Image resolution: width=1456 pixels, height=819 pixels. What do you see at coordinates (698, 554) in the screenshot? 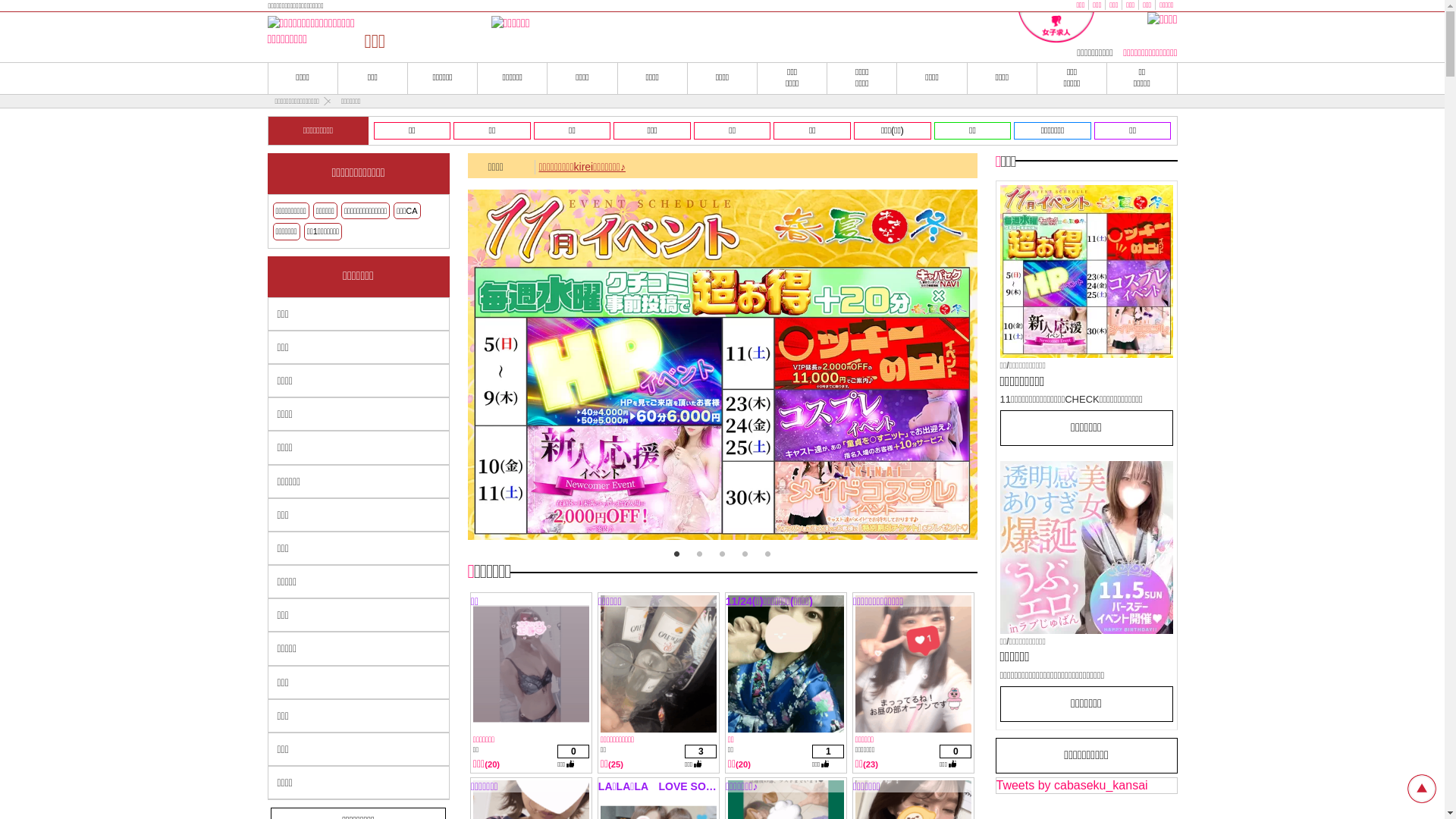
I see `'2'` at bounding box center [698, 554].